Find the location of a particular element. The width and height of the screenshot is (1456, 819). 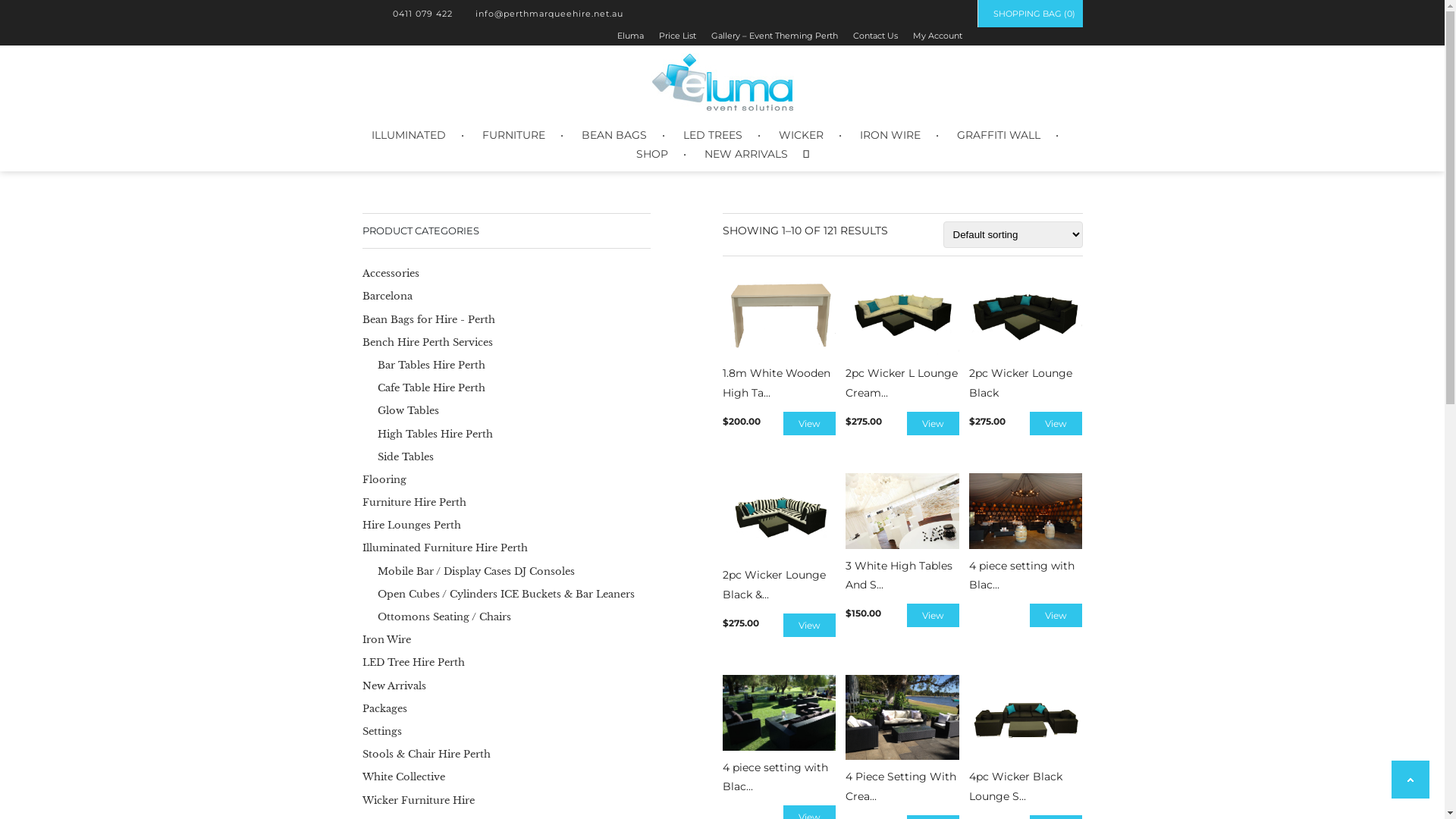

'Mobile Bar / Display Cases DJ Consoles' is located at coordinates (475, 571).